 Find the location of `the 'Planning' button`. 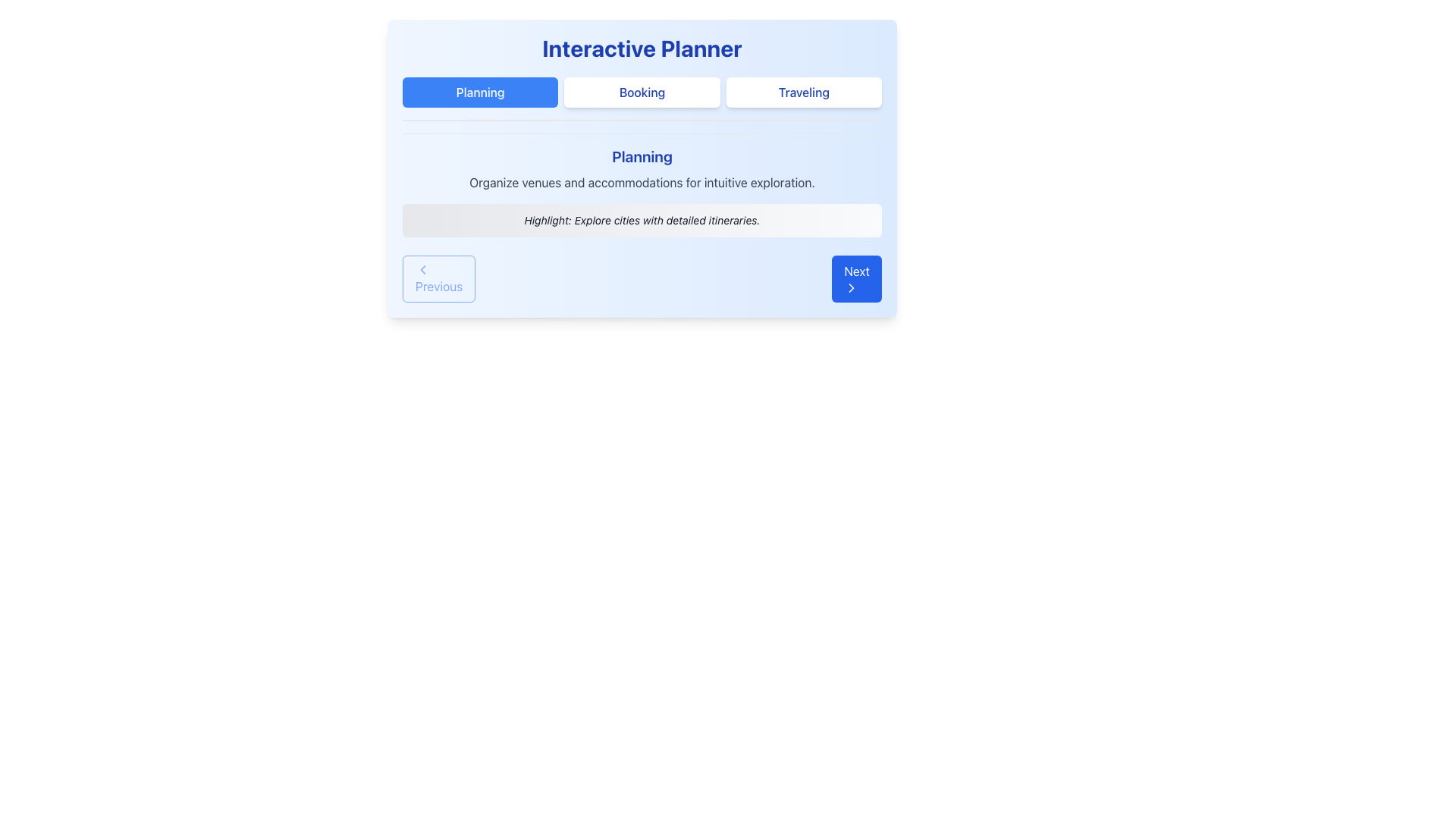

the 'Planning' button is located at coordinates (479, 93).